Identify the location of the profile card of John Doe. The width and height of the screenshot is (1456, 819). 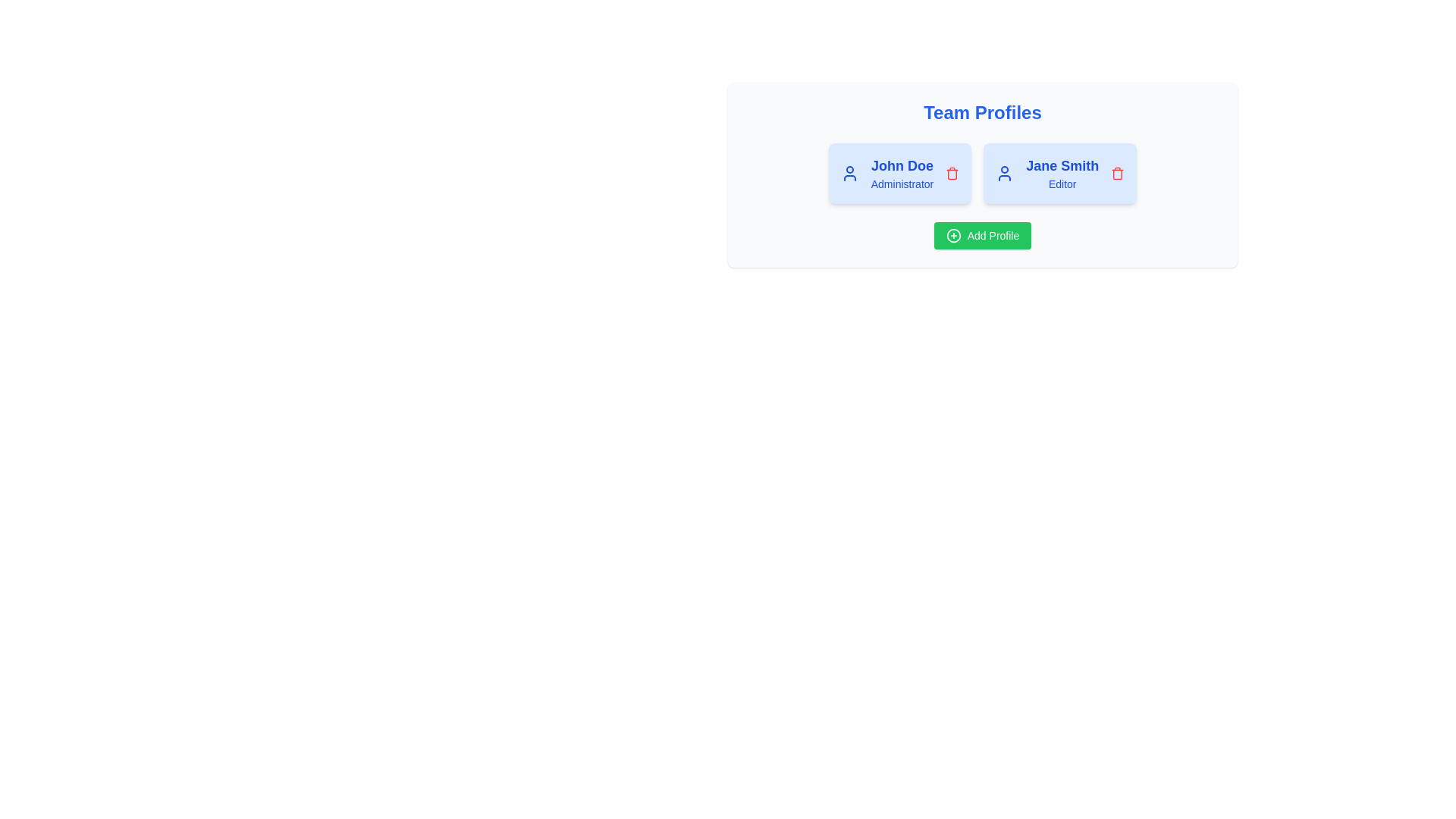
(899, 172).